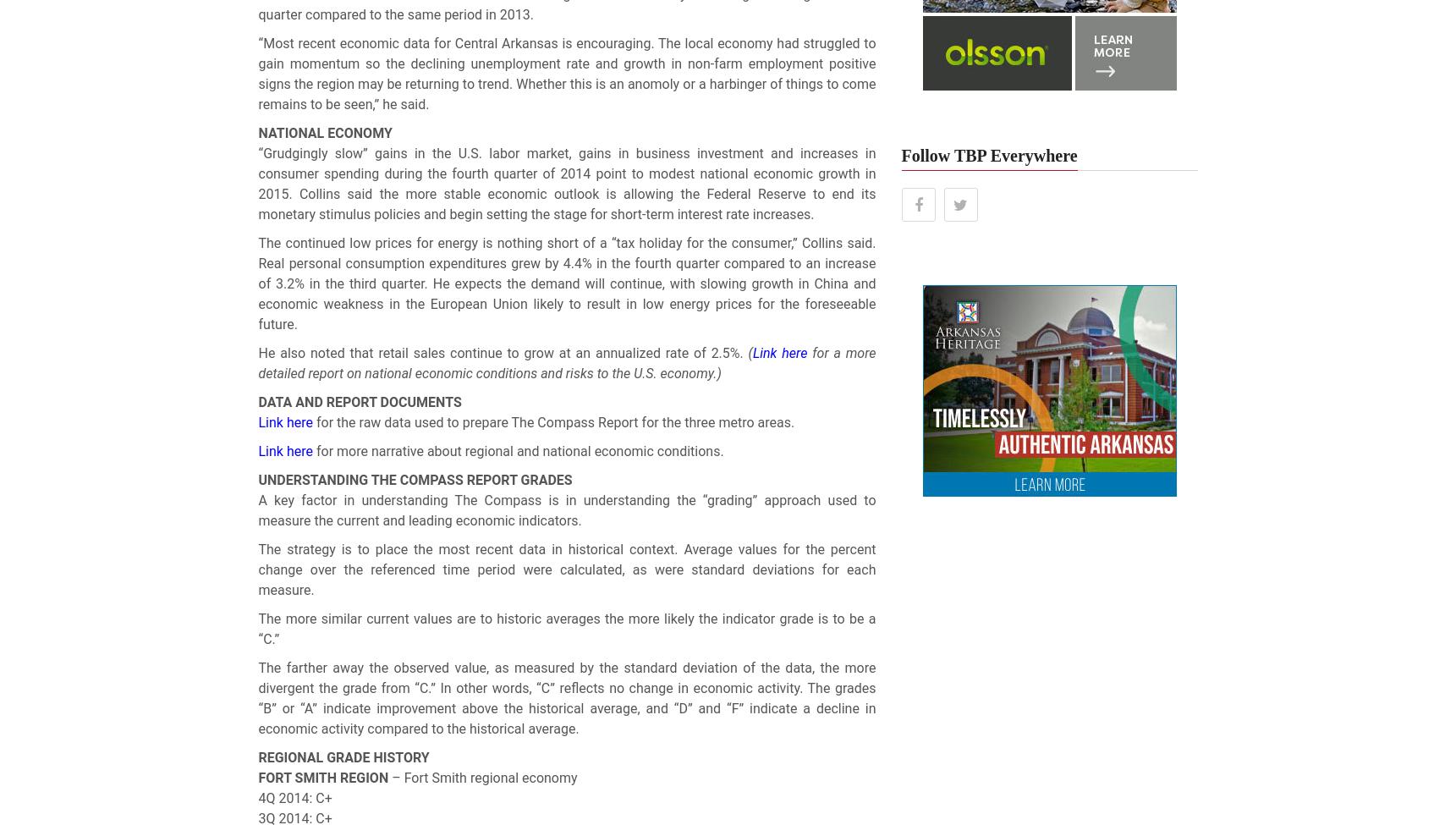 This screenshot has width=1456, height=825. What do you see at coordinates (552, 421) in the screenshot?
I see `'for the raw data used to prepare The Compass Report for the three metro areas.'` at bounding box center [552, 421].